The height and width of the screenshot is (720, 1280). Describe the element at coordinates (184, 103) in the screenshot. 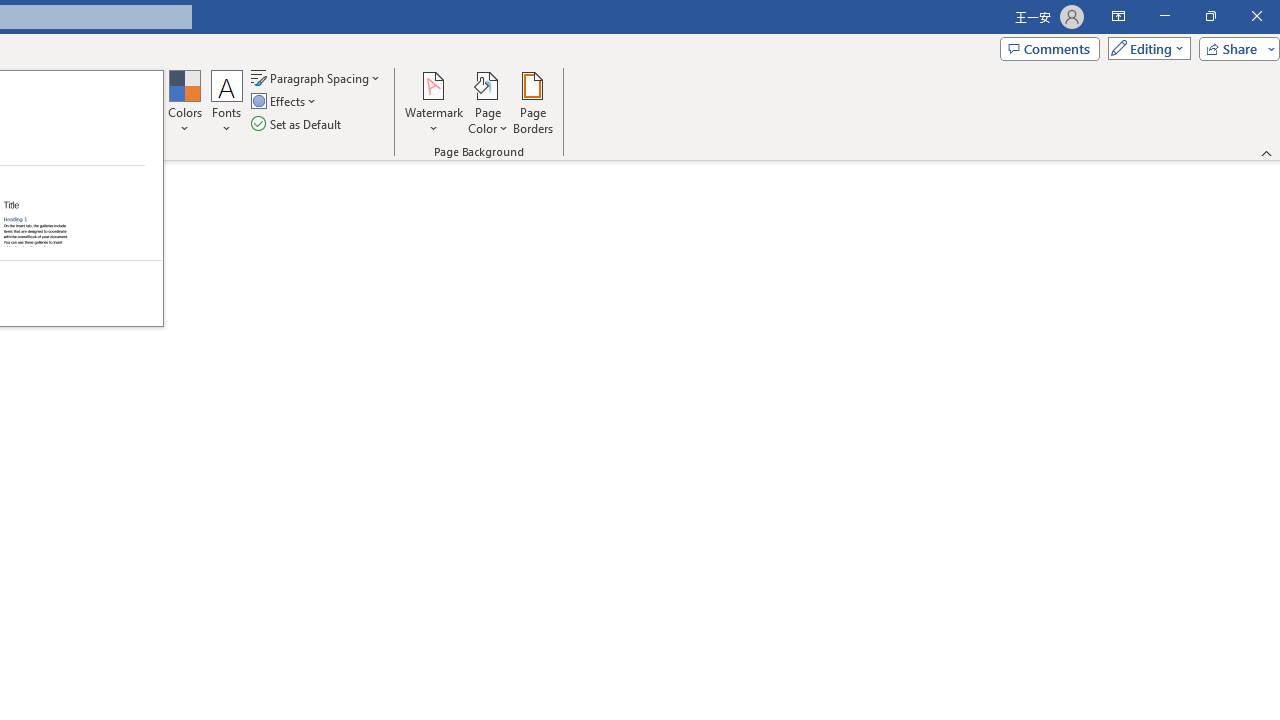

I see `'Colors'` at that location.